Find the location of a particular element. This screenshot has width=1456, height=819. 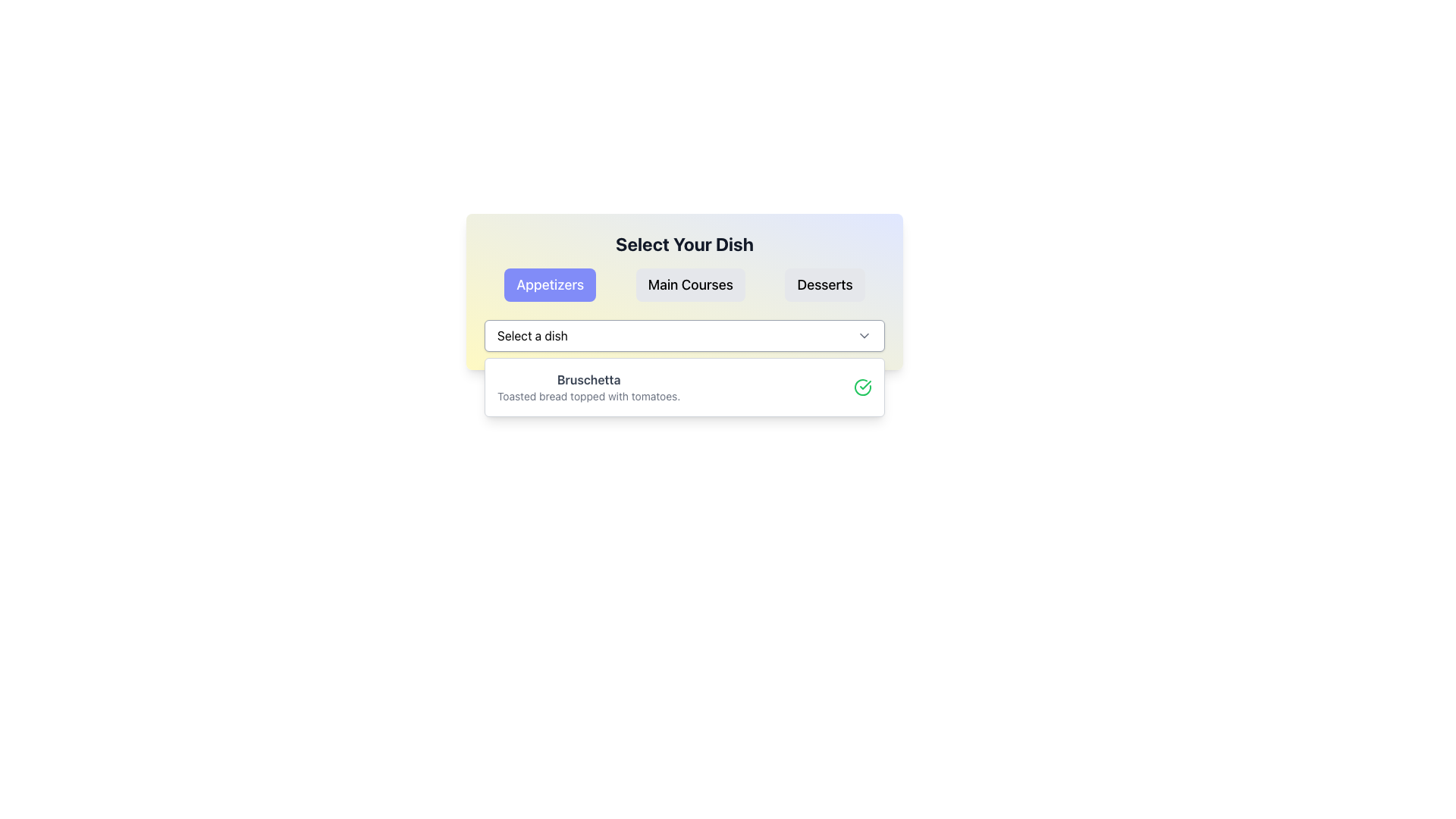

the text label 'Toasted bread topped with tomatoes.' which is visually located below the label 'Bruschetta' in a smaller, lighter gray font is located at coordinates (588, 396).